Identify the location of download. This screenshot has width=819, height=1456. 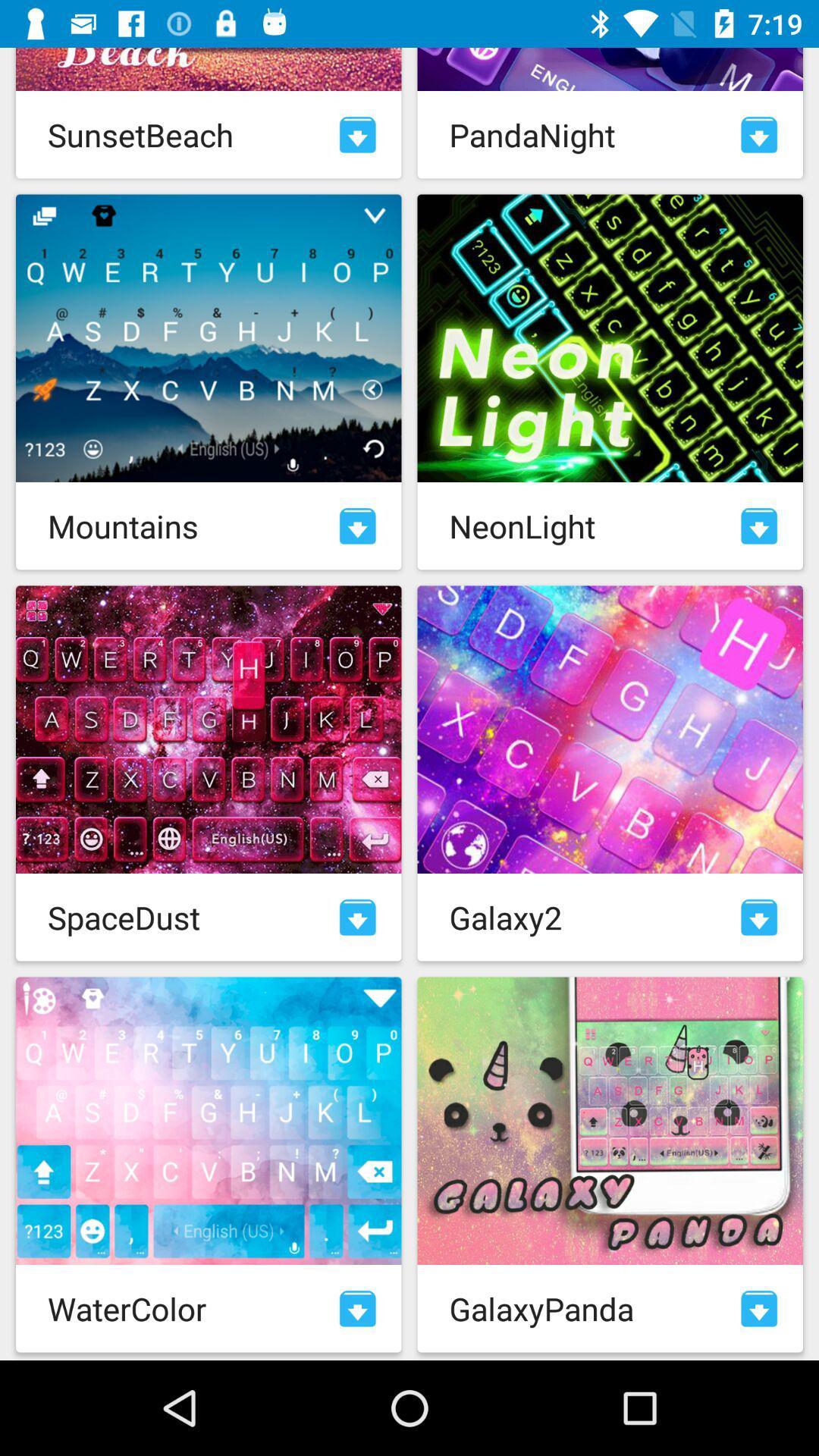
(357, 916).